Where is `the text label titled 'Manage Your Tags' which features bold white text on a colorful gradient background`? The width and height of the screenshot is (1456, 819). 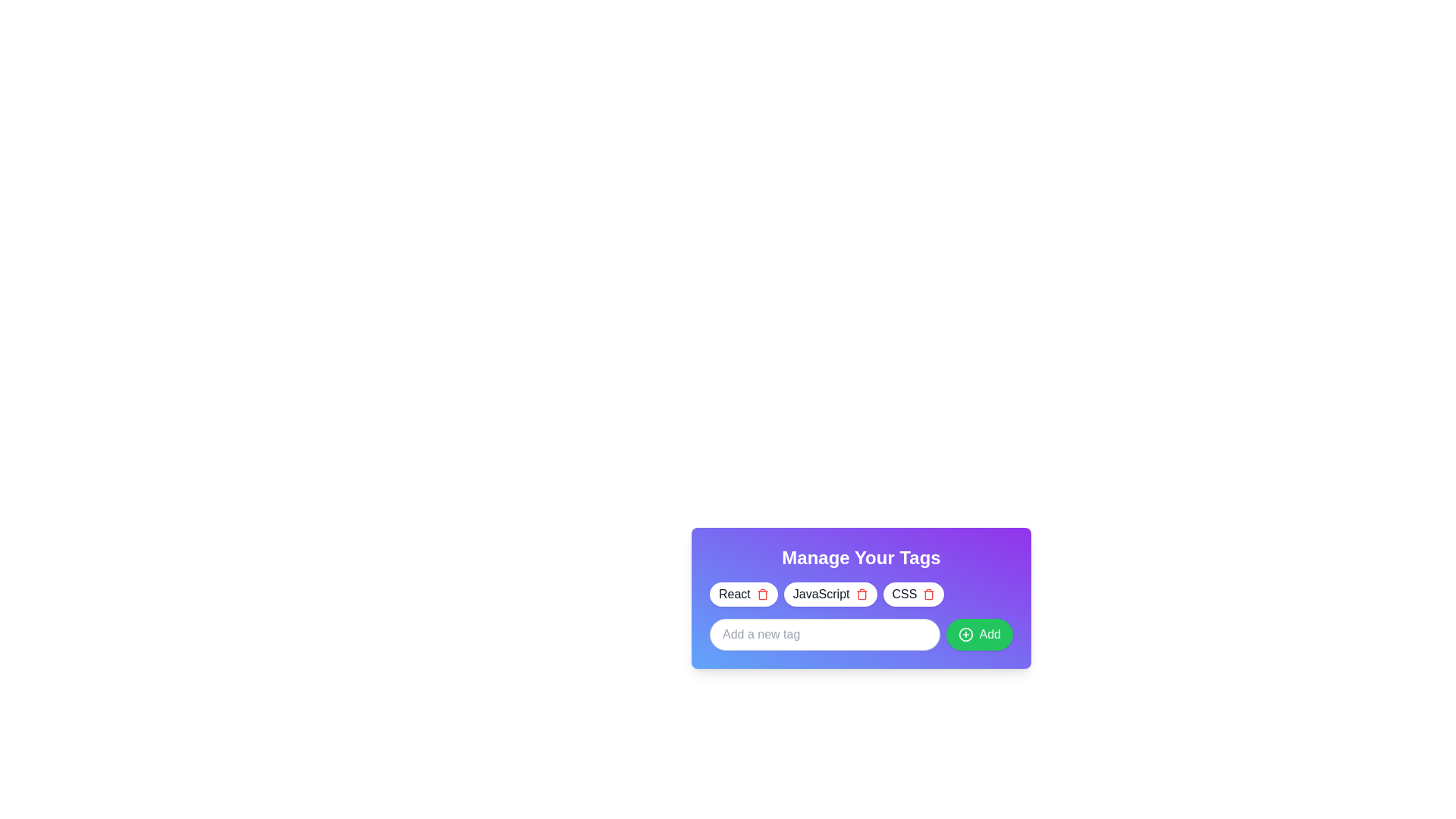
the text label titled 'Manage Your Tags' which features bold white text on a colorful gradient background is located at coordinates (861, 558).